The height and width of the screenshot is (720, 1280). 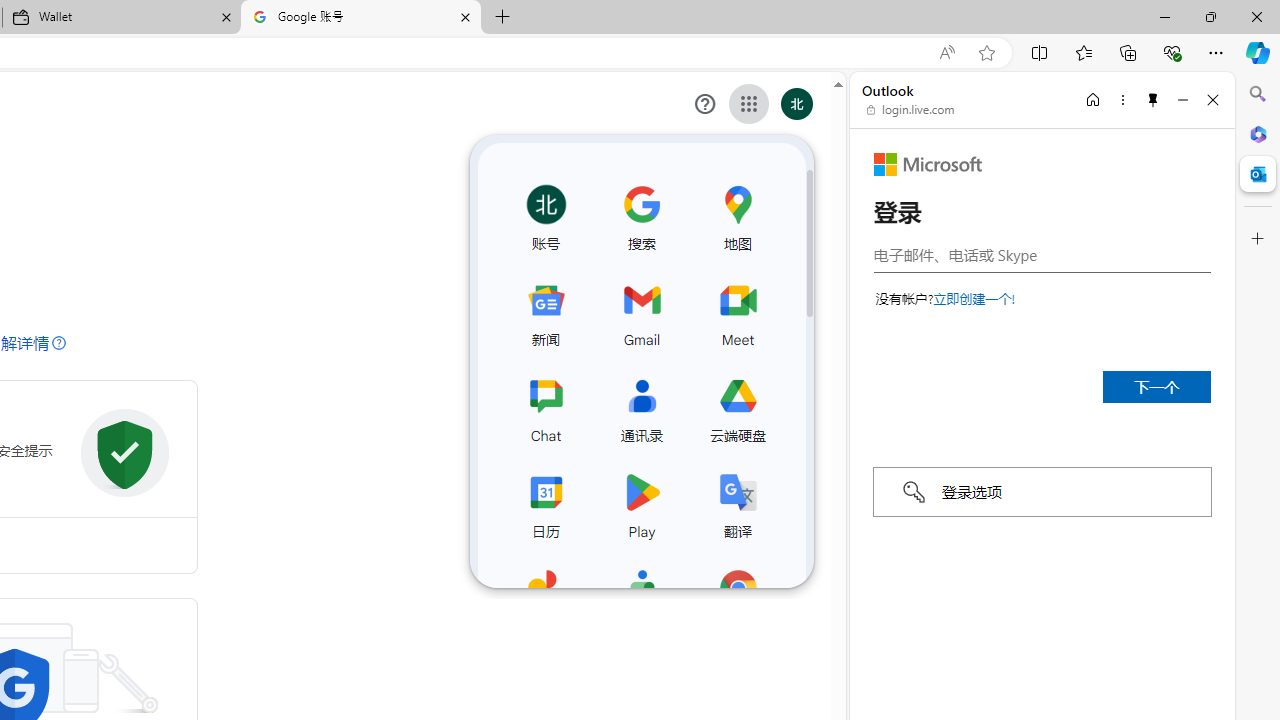 I want to click on 'Class: gb_E', so click(x=748, y=104).